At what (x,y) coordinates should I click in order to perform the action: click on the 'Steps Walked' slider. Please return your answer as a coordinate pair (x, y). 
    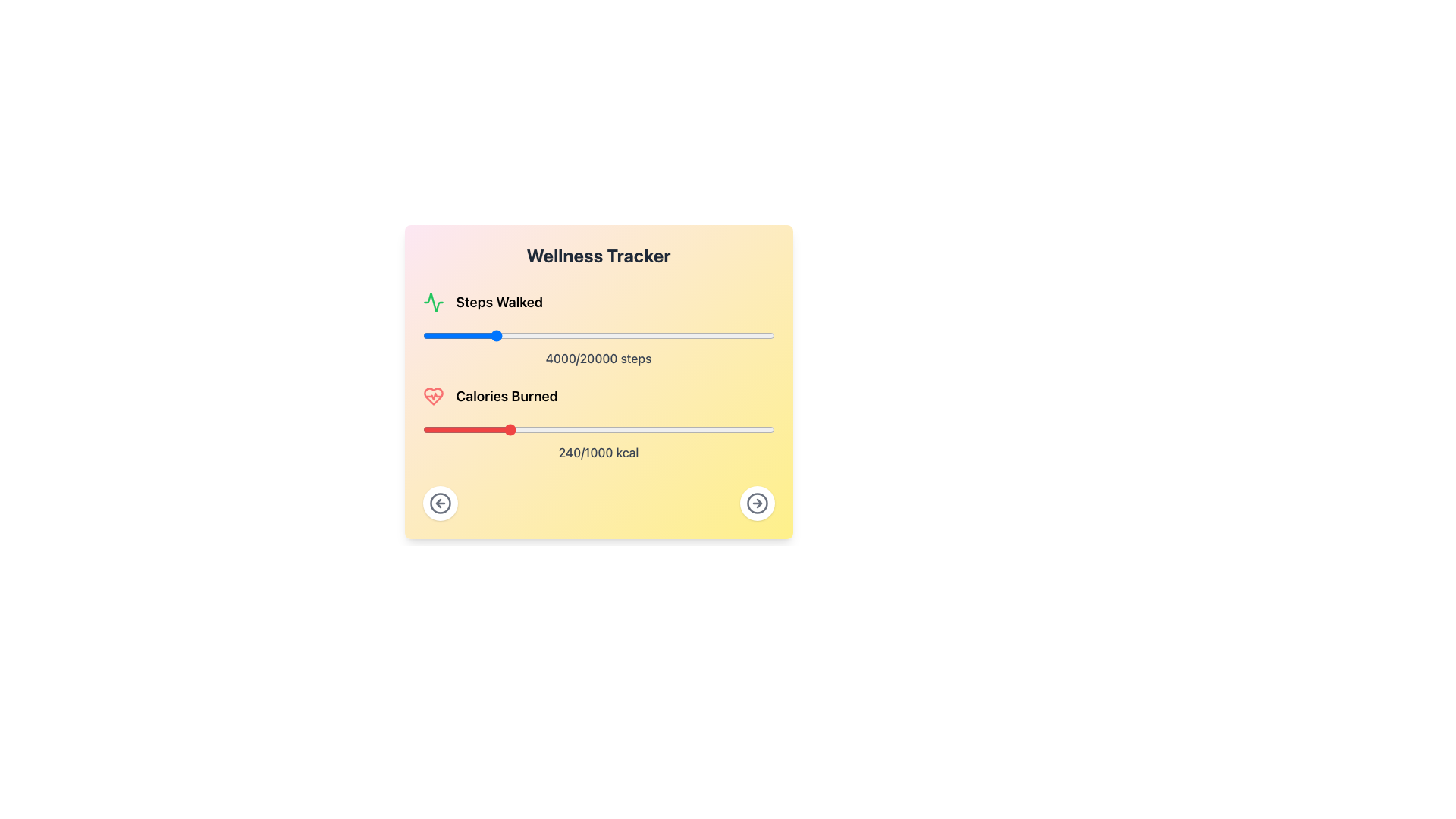
    Looking at the image, I should click on (758, 335).